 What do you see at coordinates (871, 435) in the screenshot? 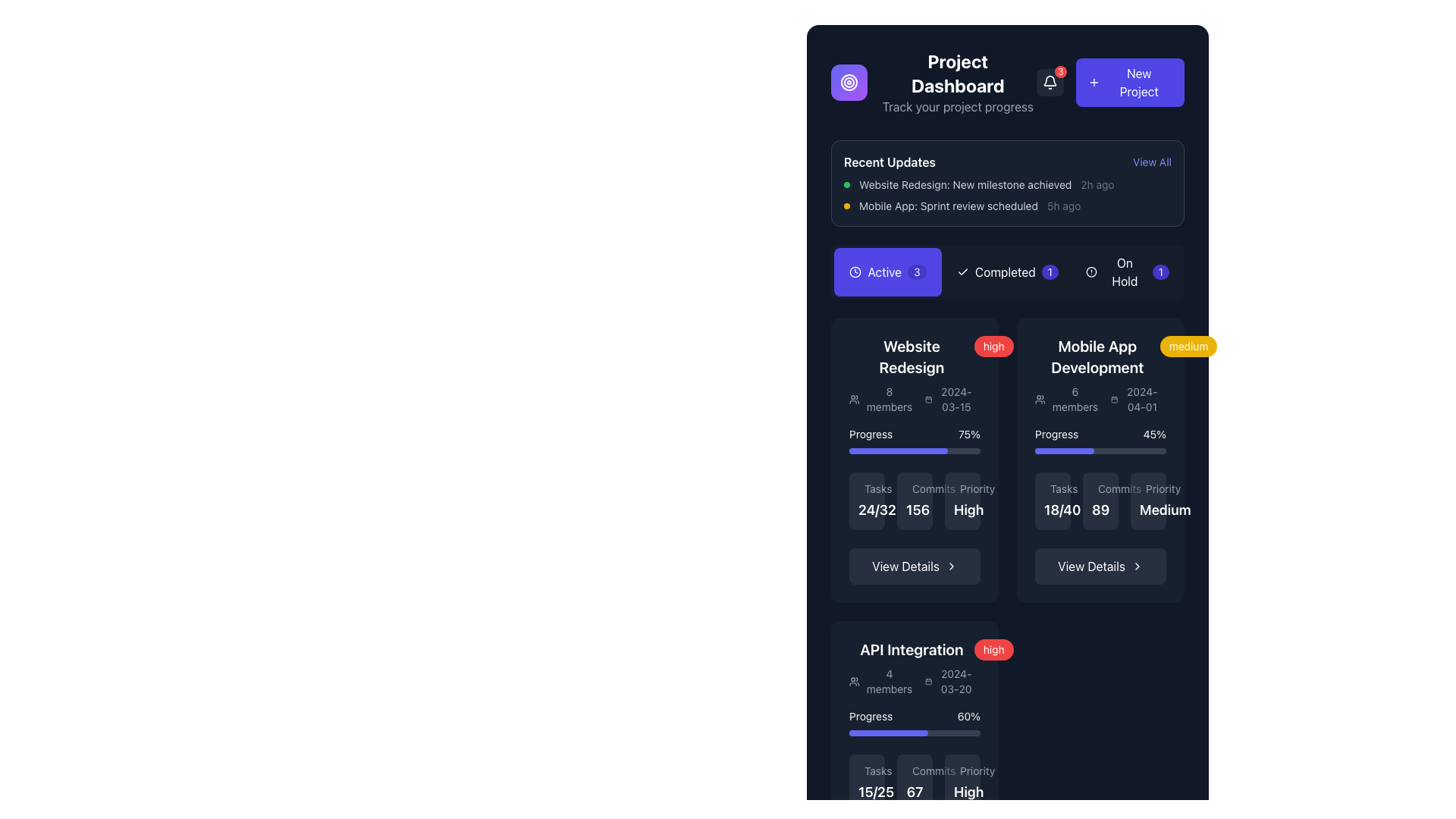
I see `the text label displaying 'Progress', which is styled with white text on a dark background and located within the 'Website Redesign' card, to the left of the numerical percentage '75%'` at bounding box center [871, 435].